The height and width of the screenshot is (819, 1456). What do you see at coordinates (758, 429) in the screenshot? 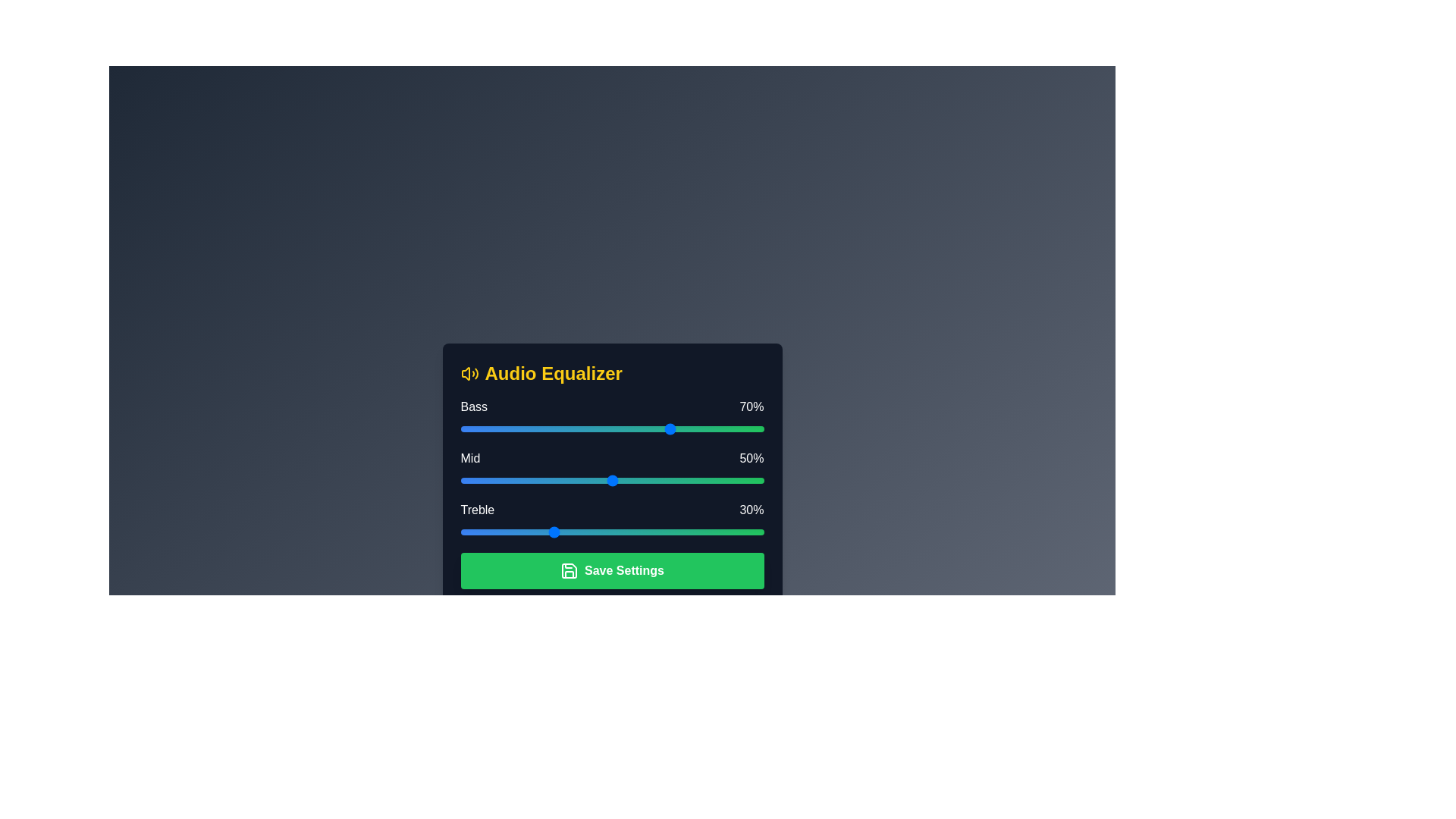
I see `the 0 slider to 98% and observe the visual feedback` at bounding box center [758, 429].